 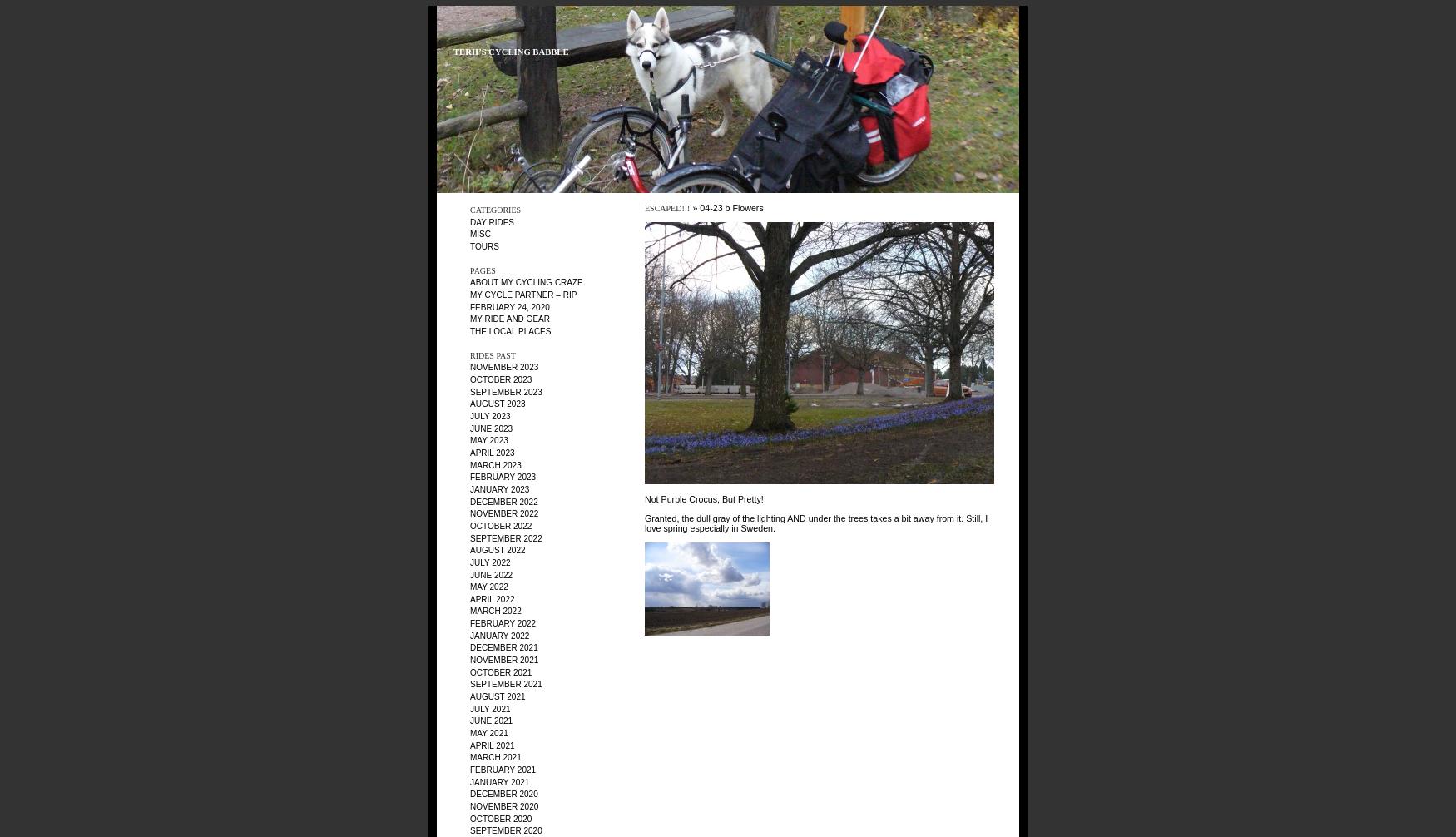 I want to click on 'November 2020', so click(x=504, y=805).